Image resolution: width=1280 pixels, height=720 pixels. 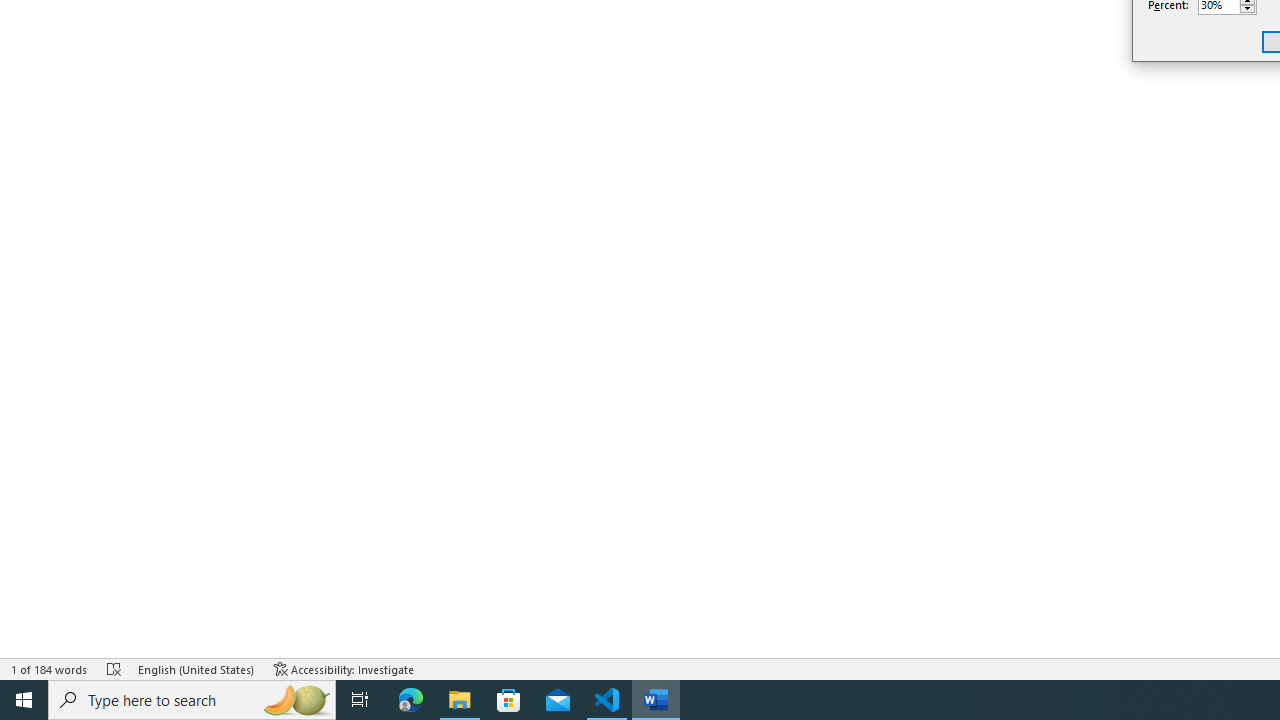 What do you see at coordinates (656, 698) in the screenshot?
I see `'Word - 1 running window'` at bounding box center [656, 698].